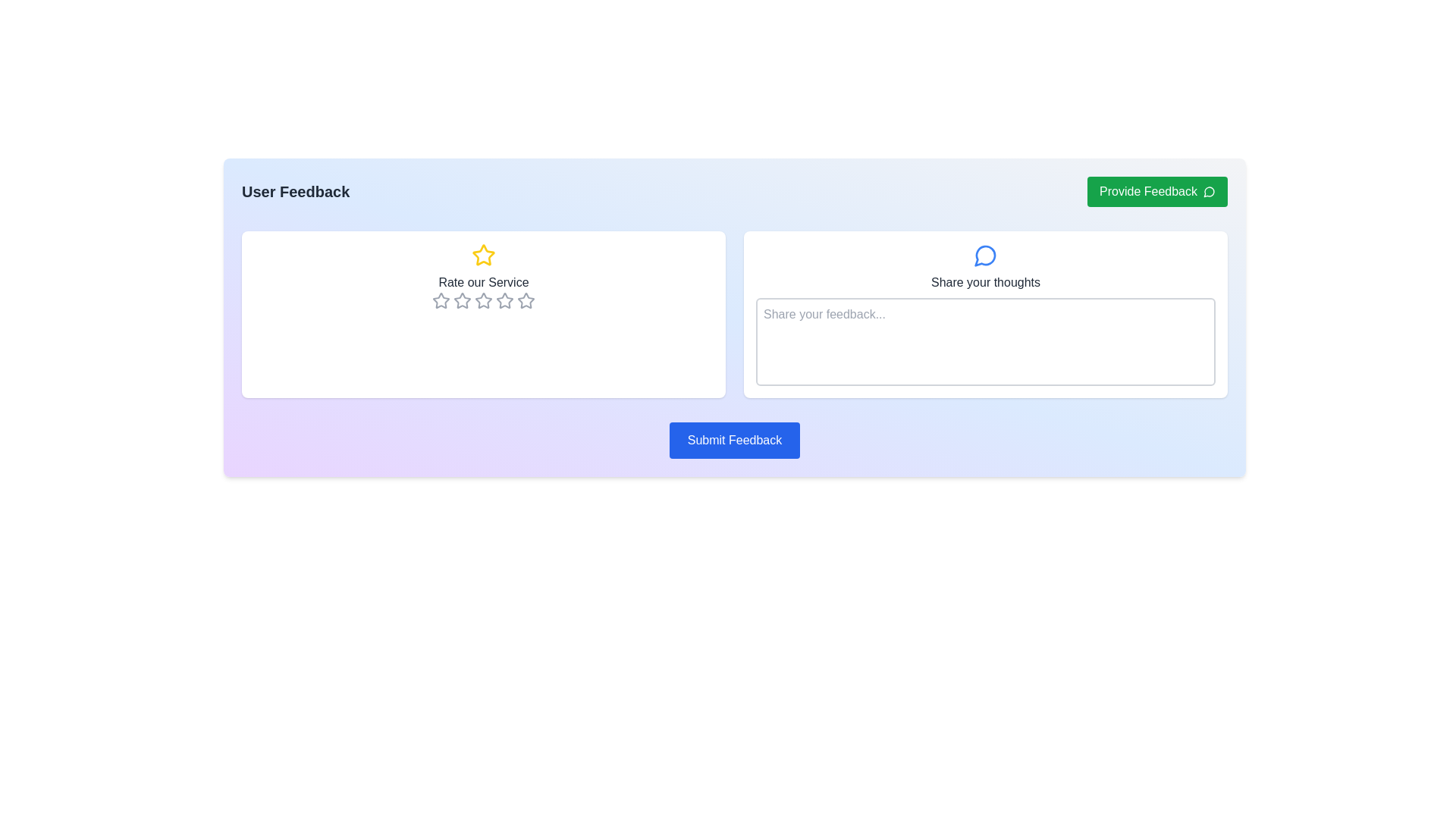 The width and height of the screenshot is (1456, 819). What do you see at coordinates (483, 300) in the screenshot?
I see `the second star icon from the left in the 5-star rating system` at bounding box center [483, 300].